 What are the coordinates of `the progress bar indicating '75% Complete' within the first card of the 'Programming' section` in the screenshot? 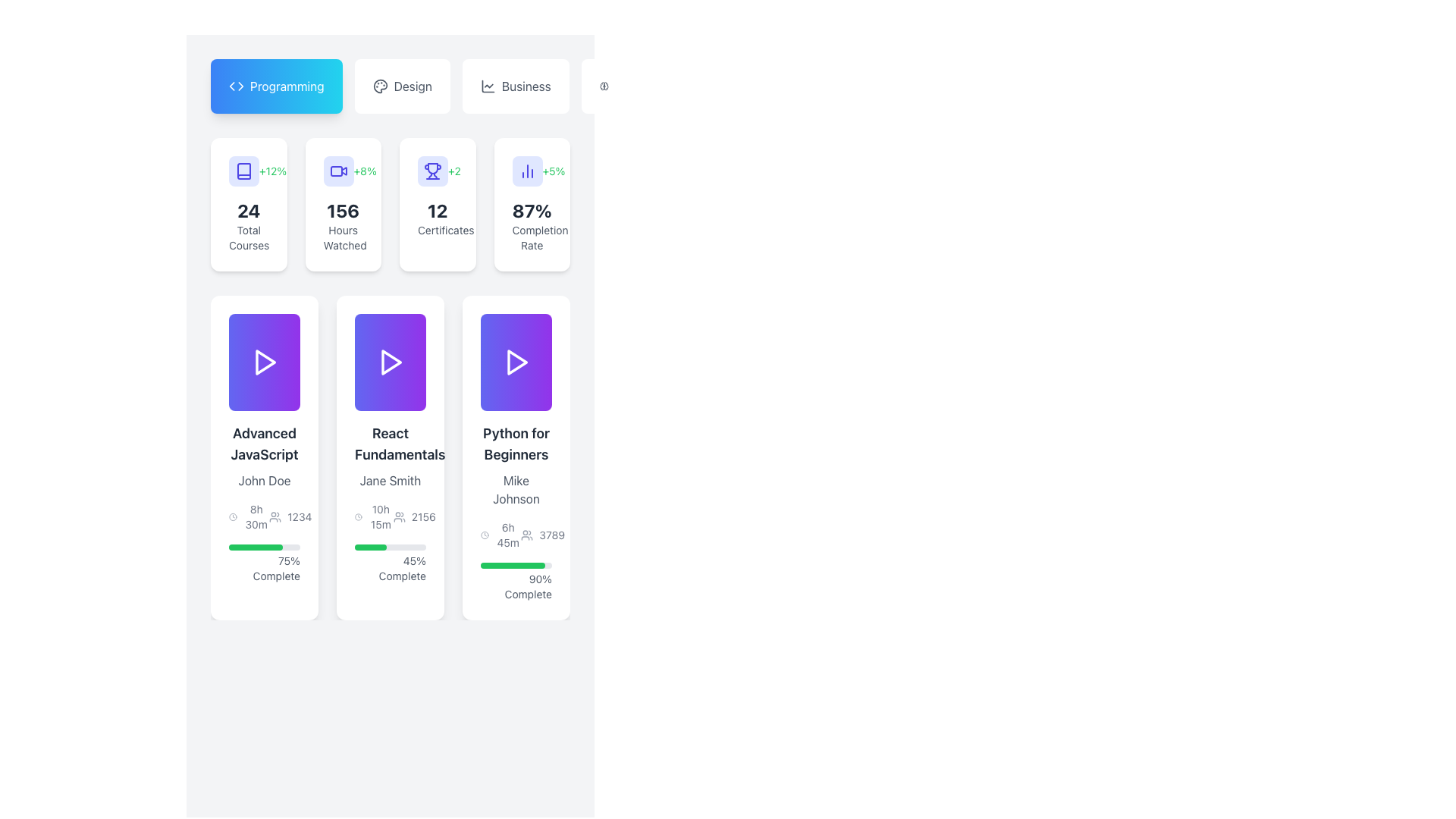 It's located at (256, 547).